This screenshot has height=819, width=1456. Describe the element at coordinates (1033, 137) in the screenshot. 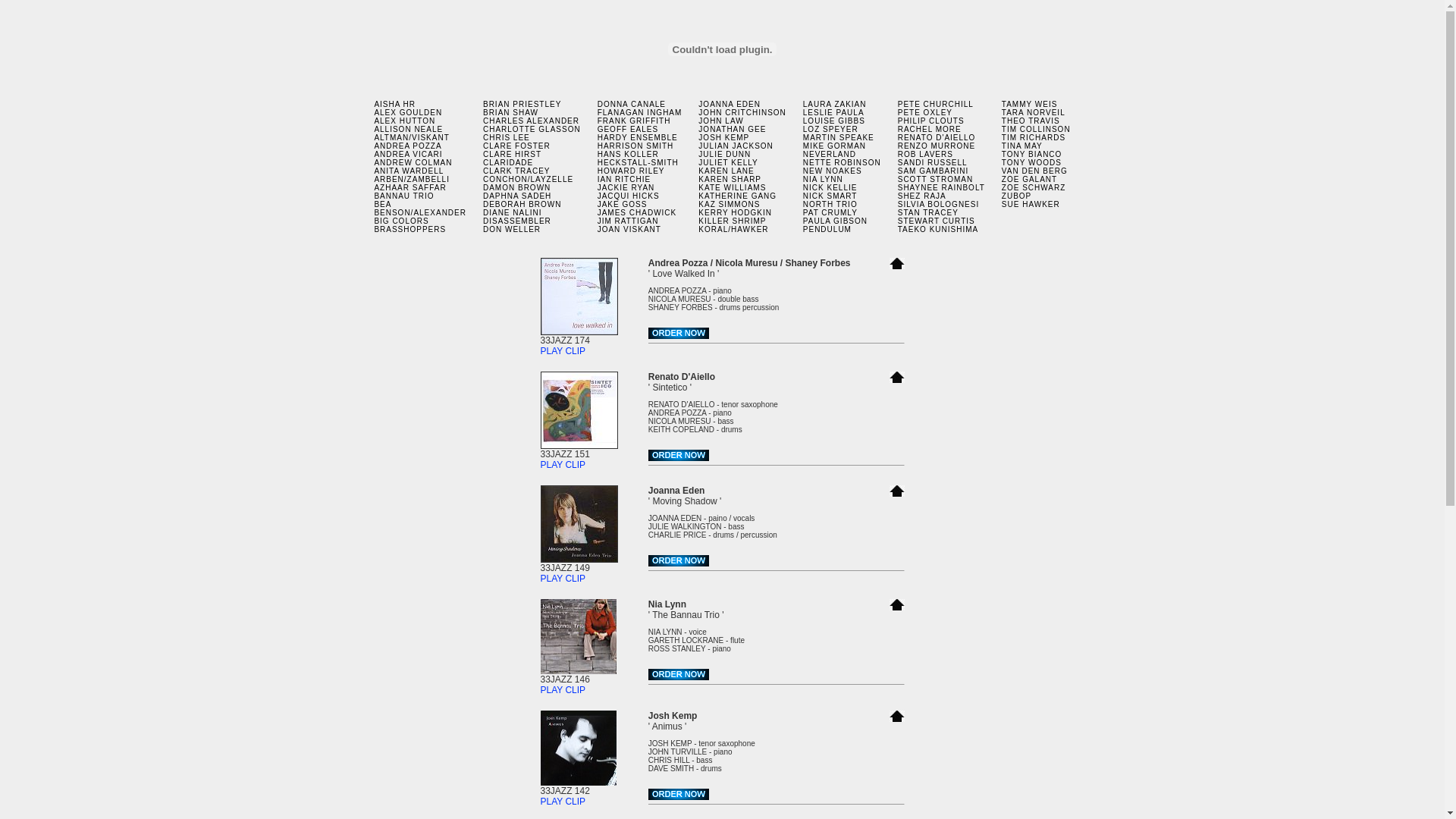

I see `'TIM RICHARDS'` at that location.